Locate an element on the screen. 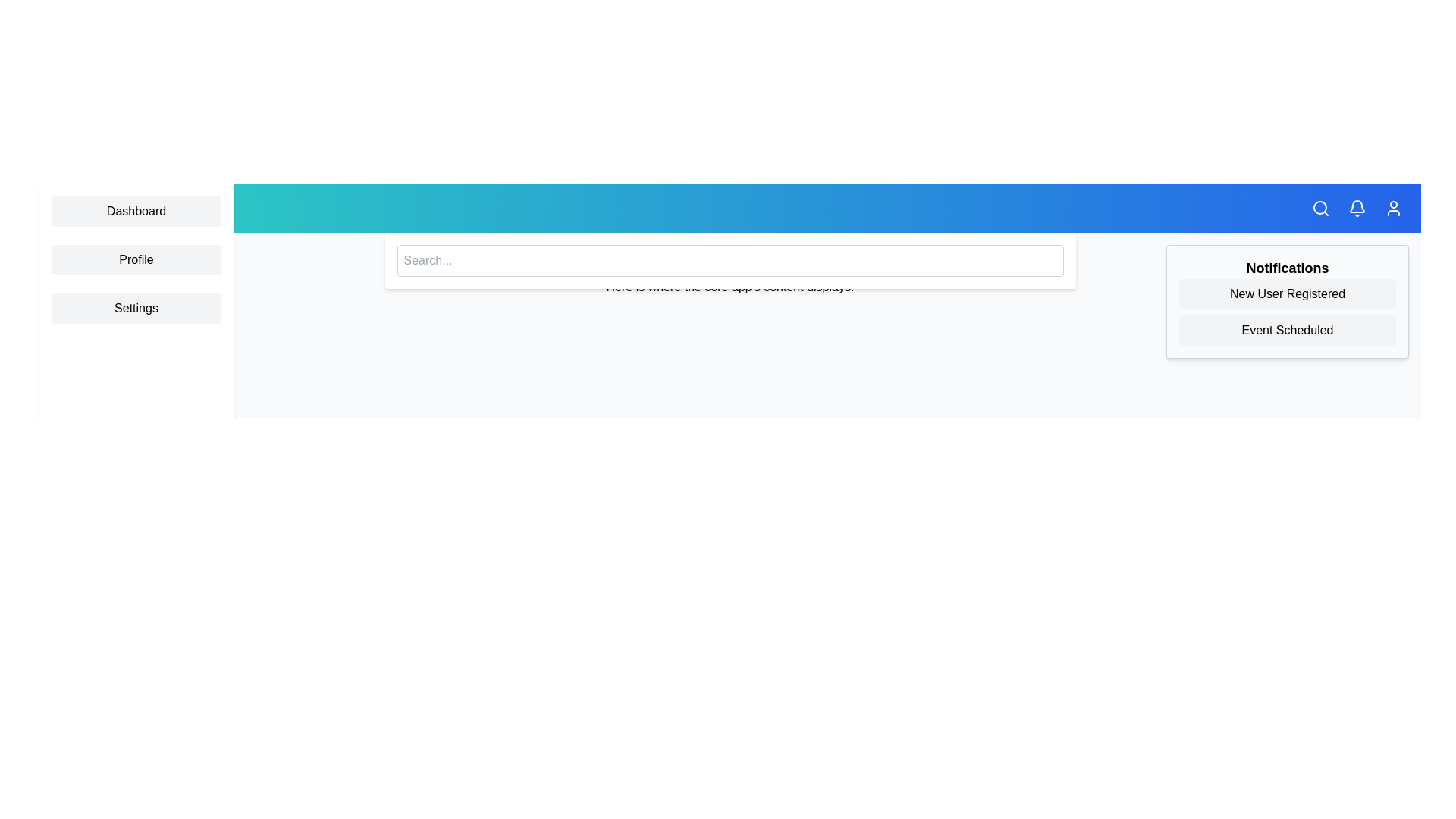 The height and width of the screenshot is (819, 1456). the bell icon located in the top-right corner of the interface is located at coordinates (1357, 208).